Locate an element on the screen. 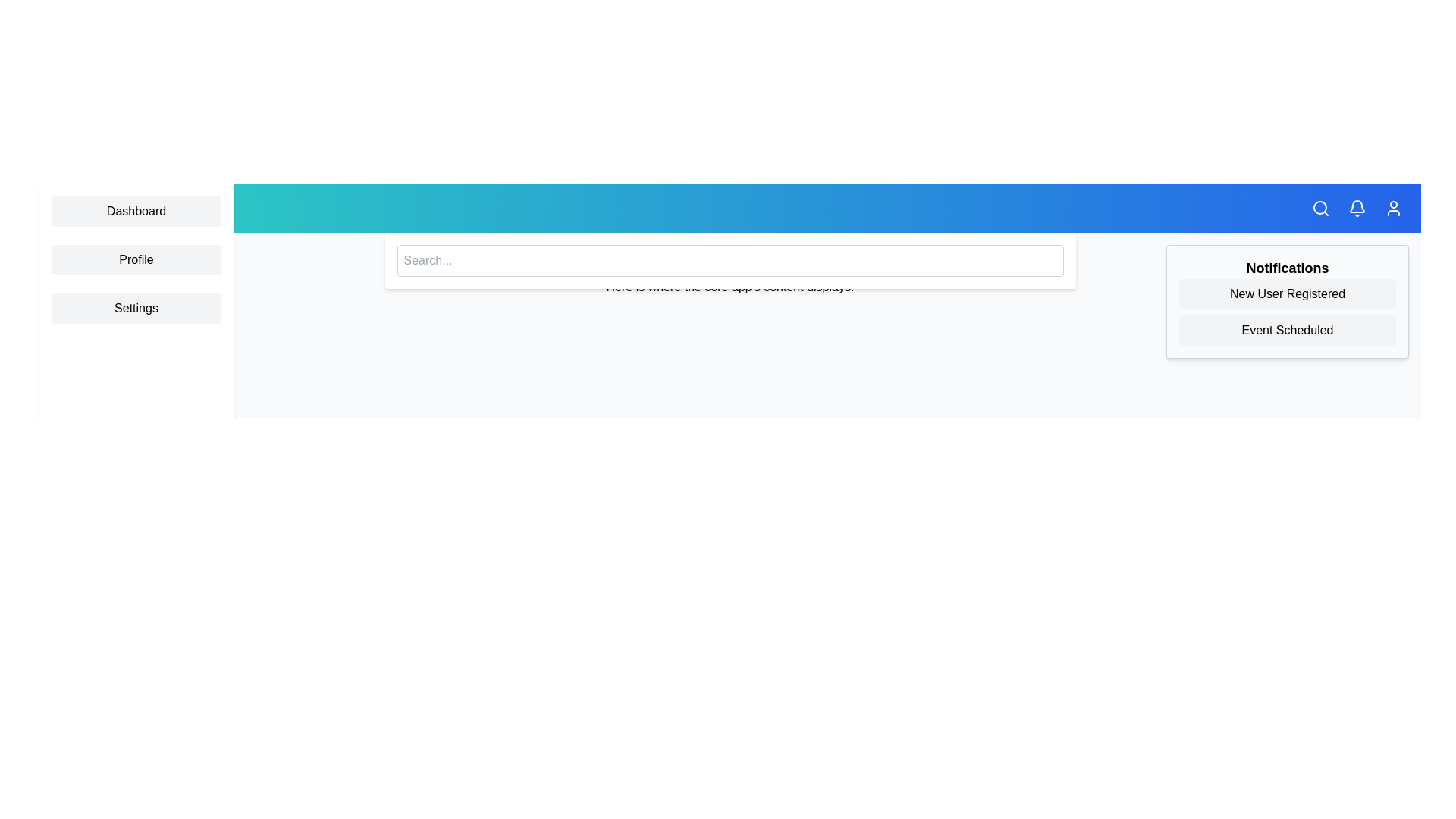 The height and width of the screenshot is (819, 1456). the bell icon located in the top-right corner of the interface is located at coordinates (1357, 208).